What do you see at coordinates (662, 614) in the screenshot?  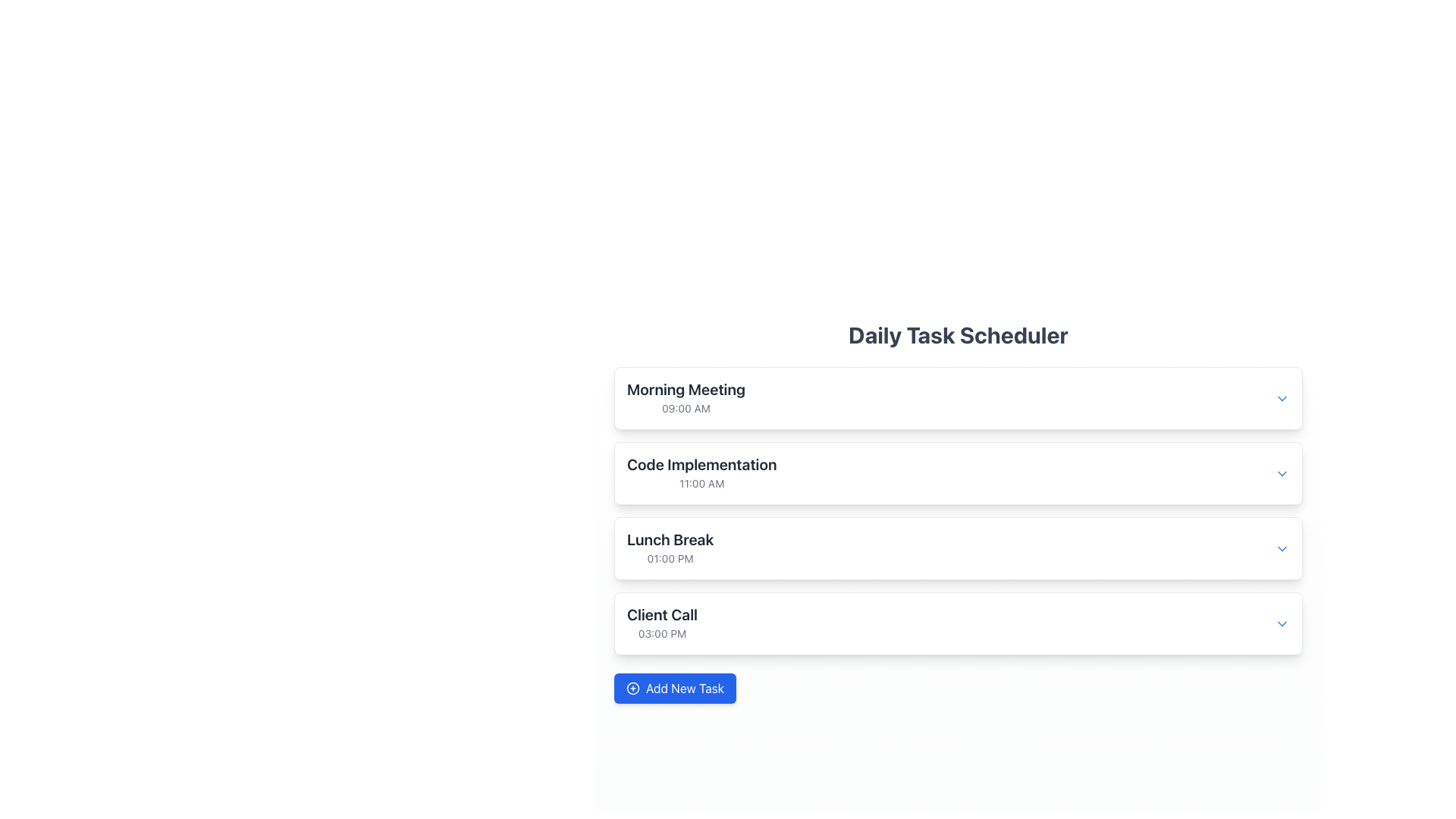 I see `the Text Label that serves as the title for the 'Client Call' task entry, which is located at the fourth position in the visible task schedule list` at bounding box center [662, 614].